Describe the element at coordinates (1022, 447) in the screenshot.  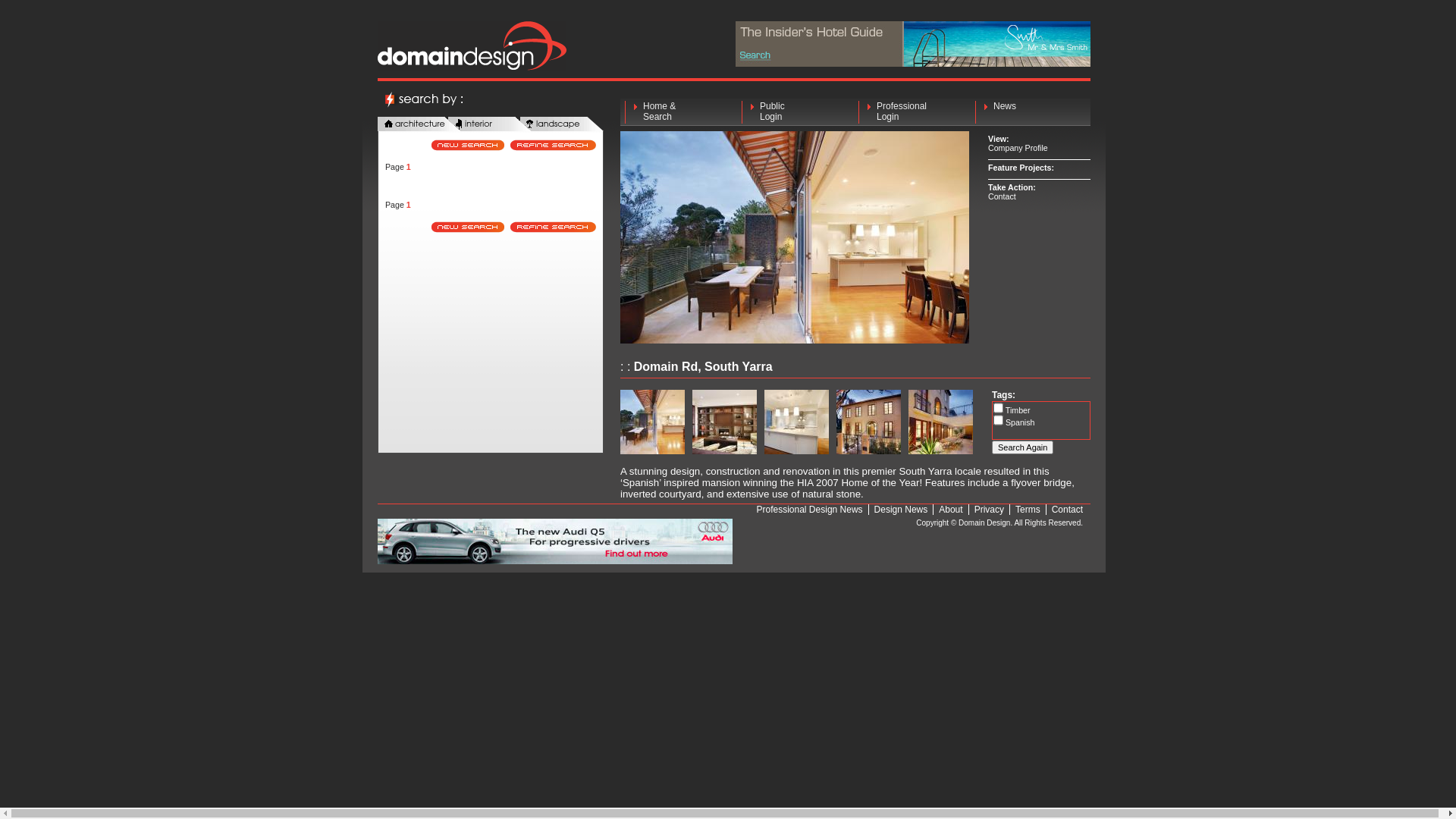
I see `'Search Again'` at that location.